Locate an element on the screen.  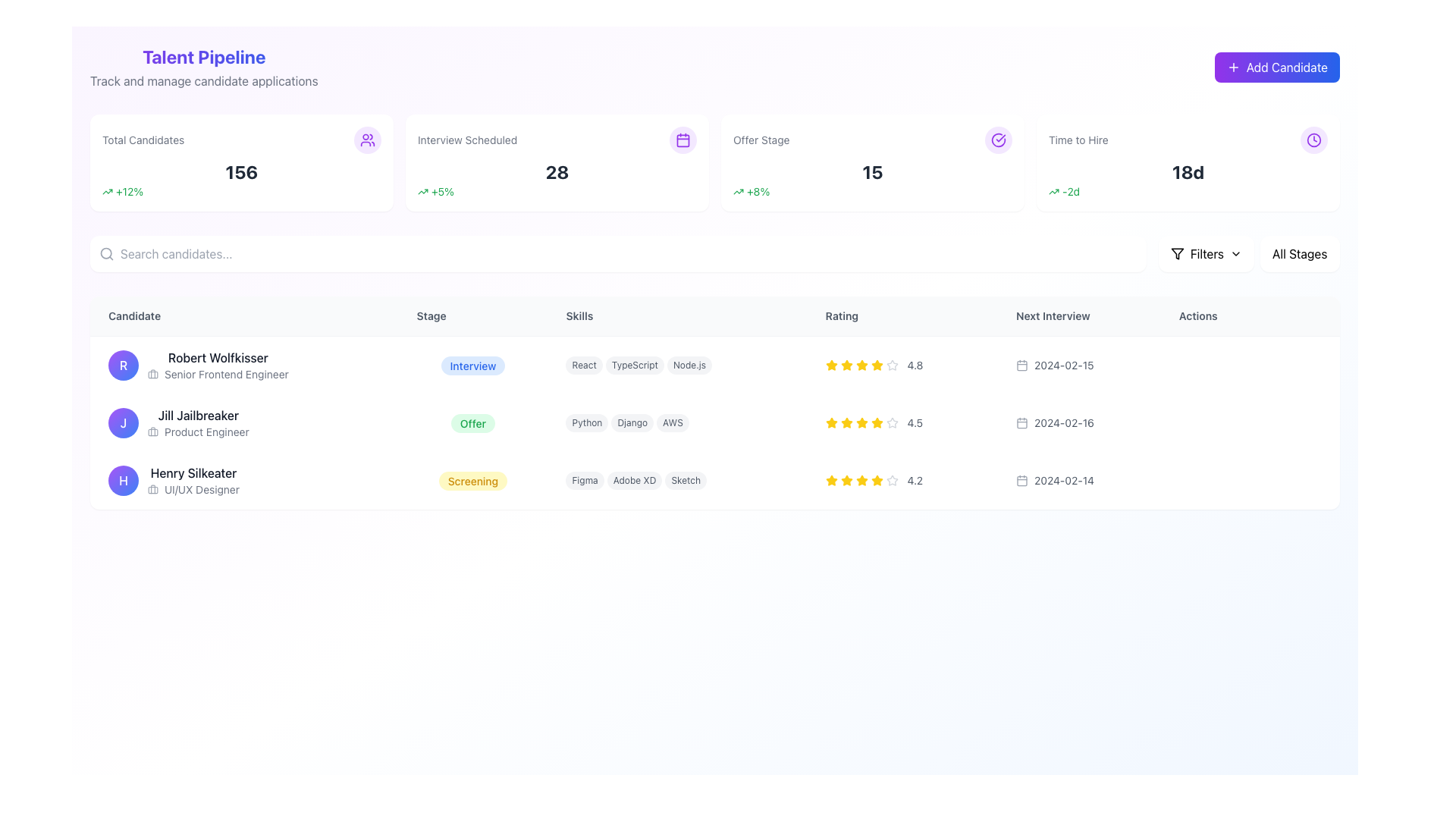
the text label displaying '4.5' located in the 'Rating' column next to the star icons for 'Jill Jailbreaker' is located at coordinates (902, 423).